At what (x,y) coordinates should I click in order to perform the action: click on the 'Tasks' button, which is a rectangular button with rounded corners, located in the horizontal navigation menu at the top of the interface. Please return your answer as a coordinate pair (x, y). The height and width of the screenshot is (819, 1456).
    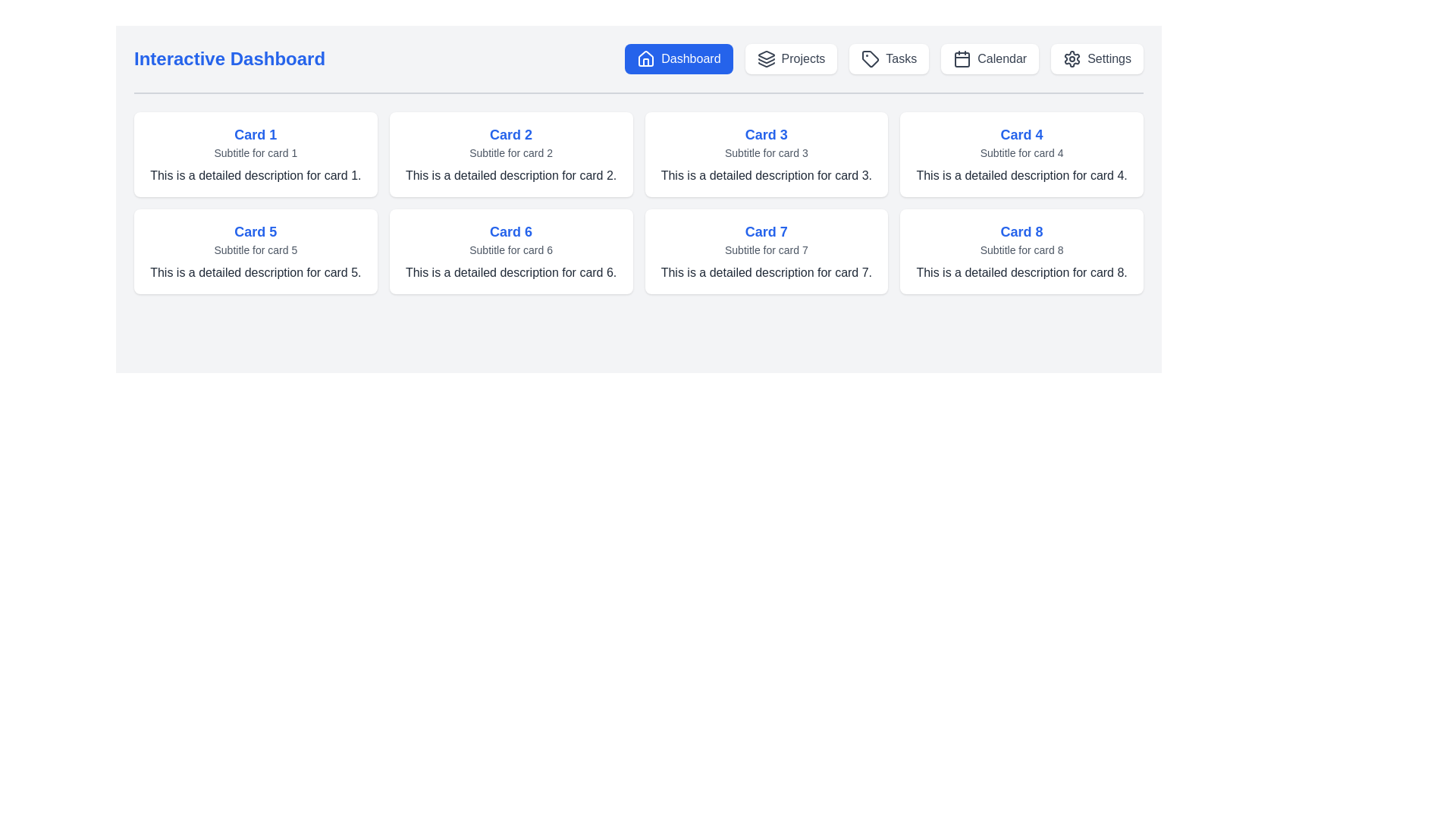
    Looking at the image, I should click on (889, 58).